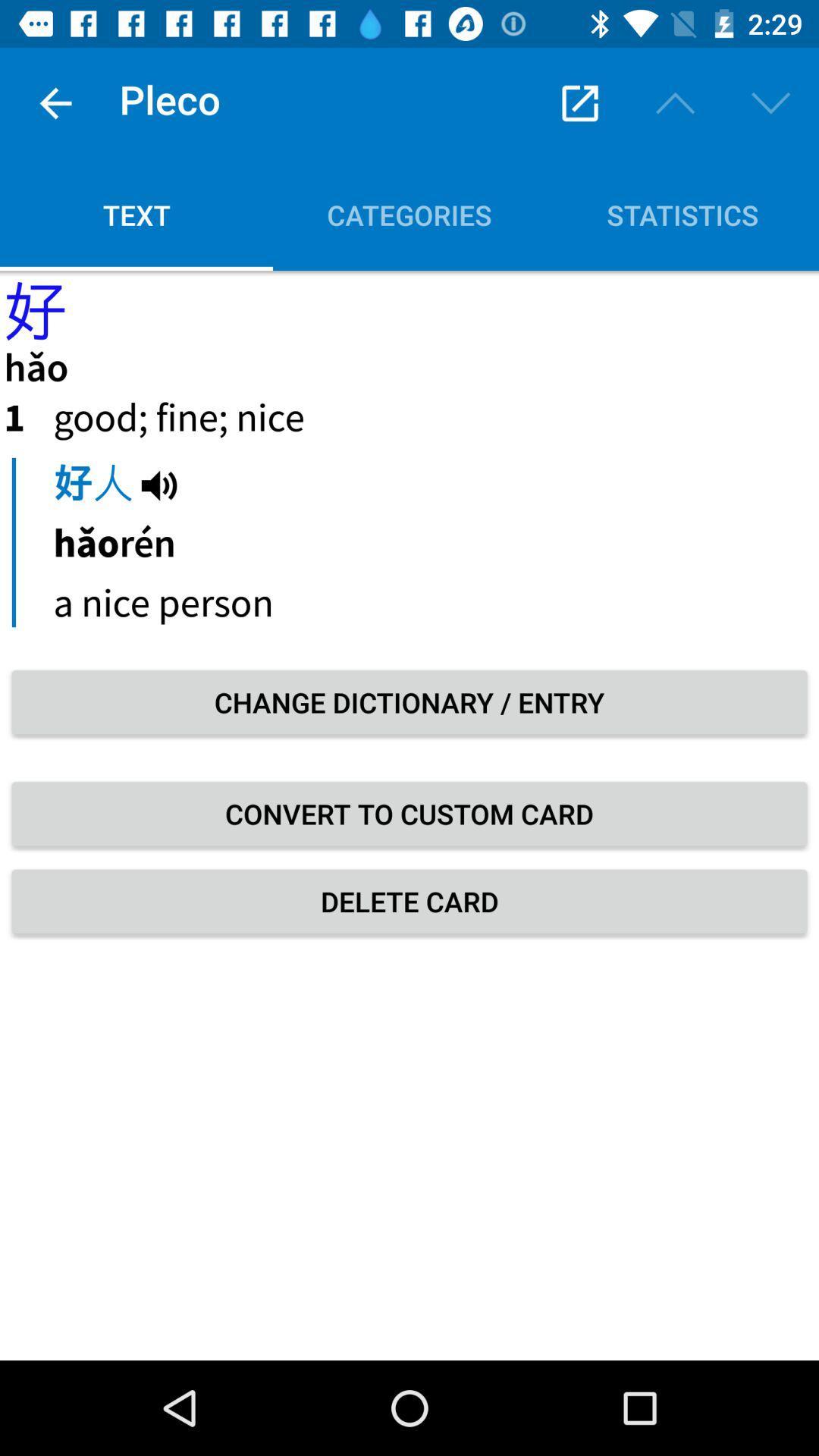 The width and height of the screenshot is (819, 1456). Describe the element at coordinates (409, 813) in the screenshot. I see `the convert to custom item` at that location.